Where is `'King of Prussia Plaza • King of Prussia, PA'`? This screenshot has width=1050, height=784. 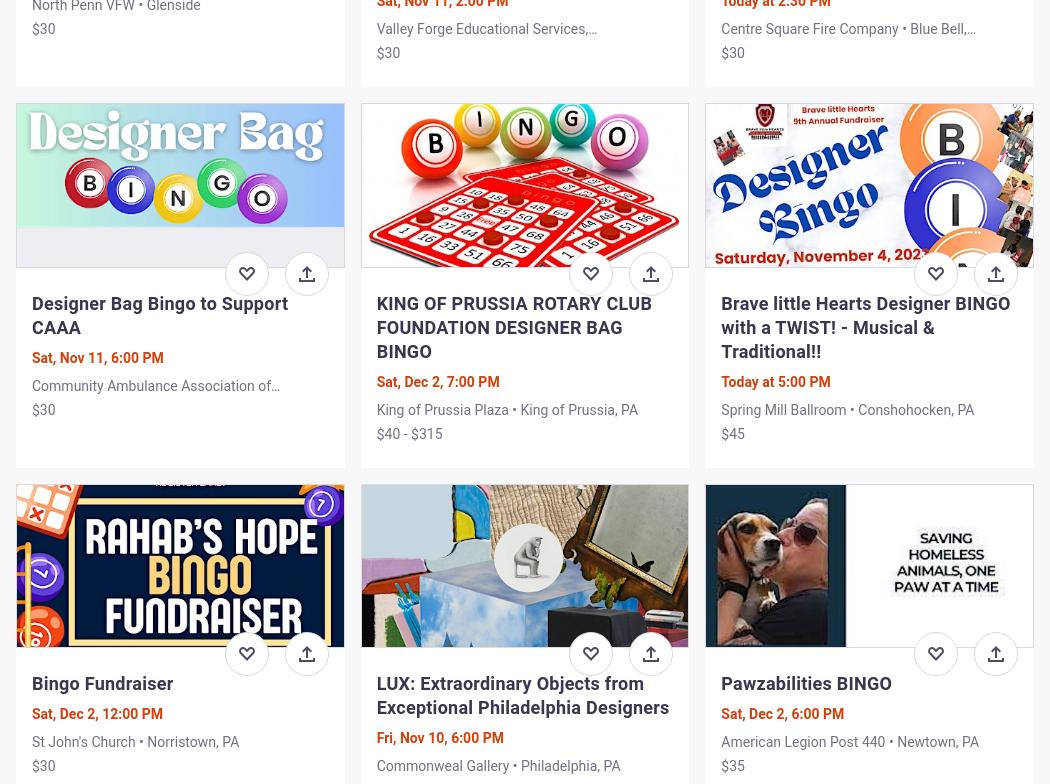
'King of Prussia Plaza • King of Prussia, PA' is located at coordinates (506, 408).